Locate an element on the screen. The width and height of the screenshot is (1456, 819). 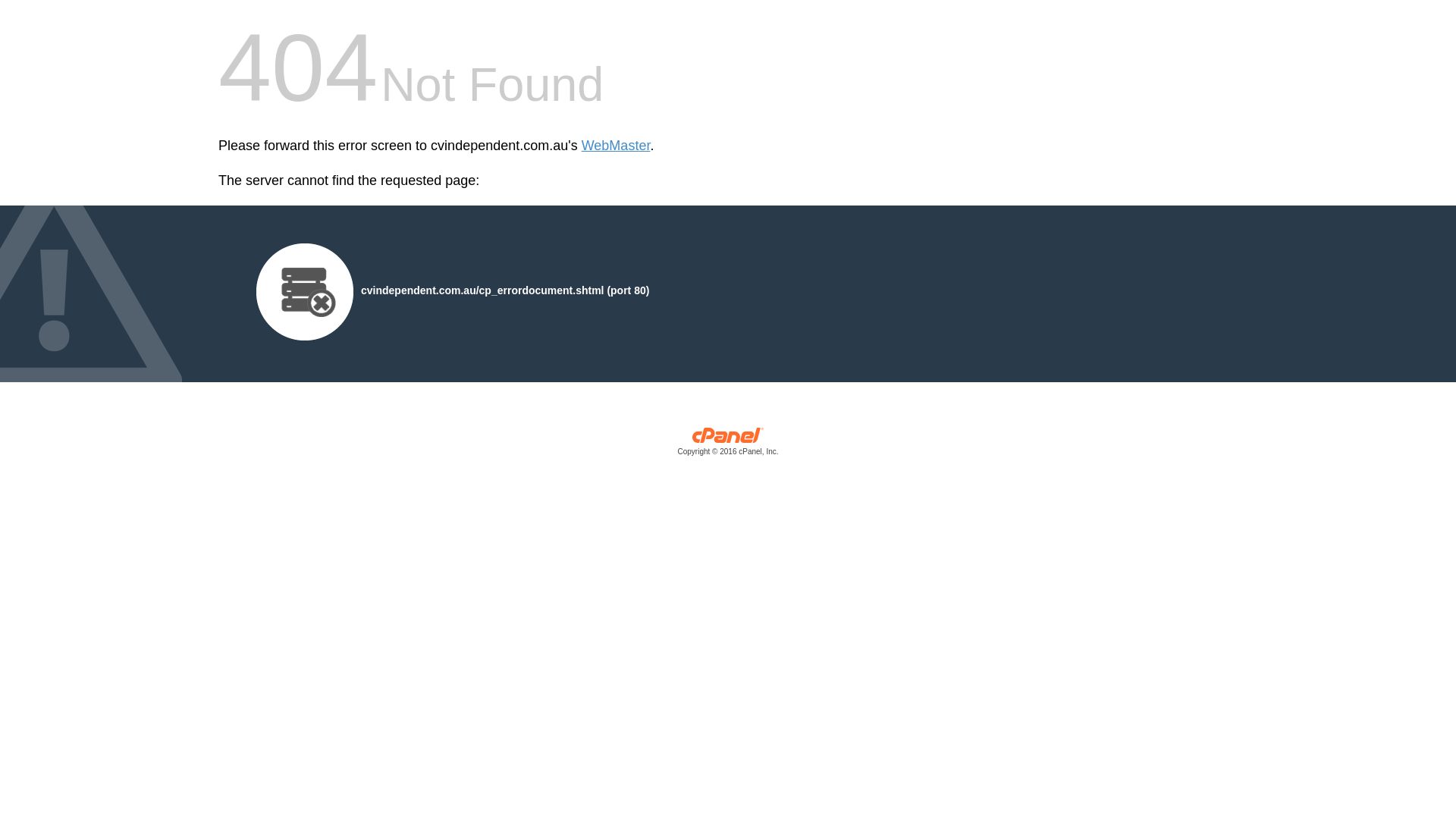
'WebMaster' is located at coordinates (616, 146).